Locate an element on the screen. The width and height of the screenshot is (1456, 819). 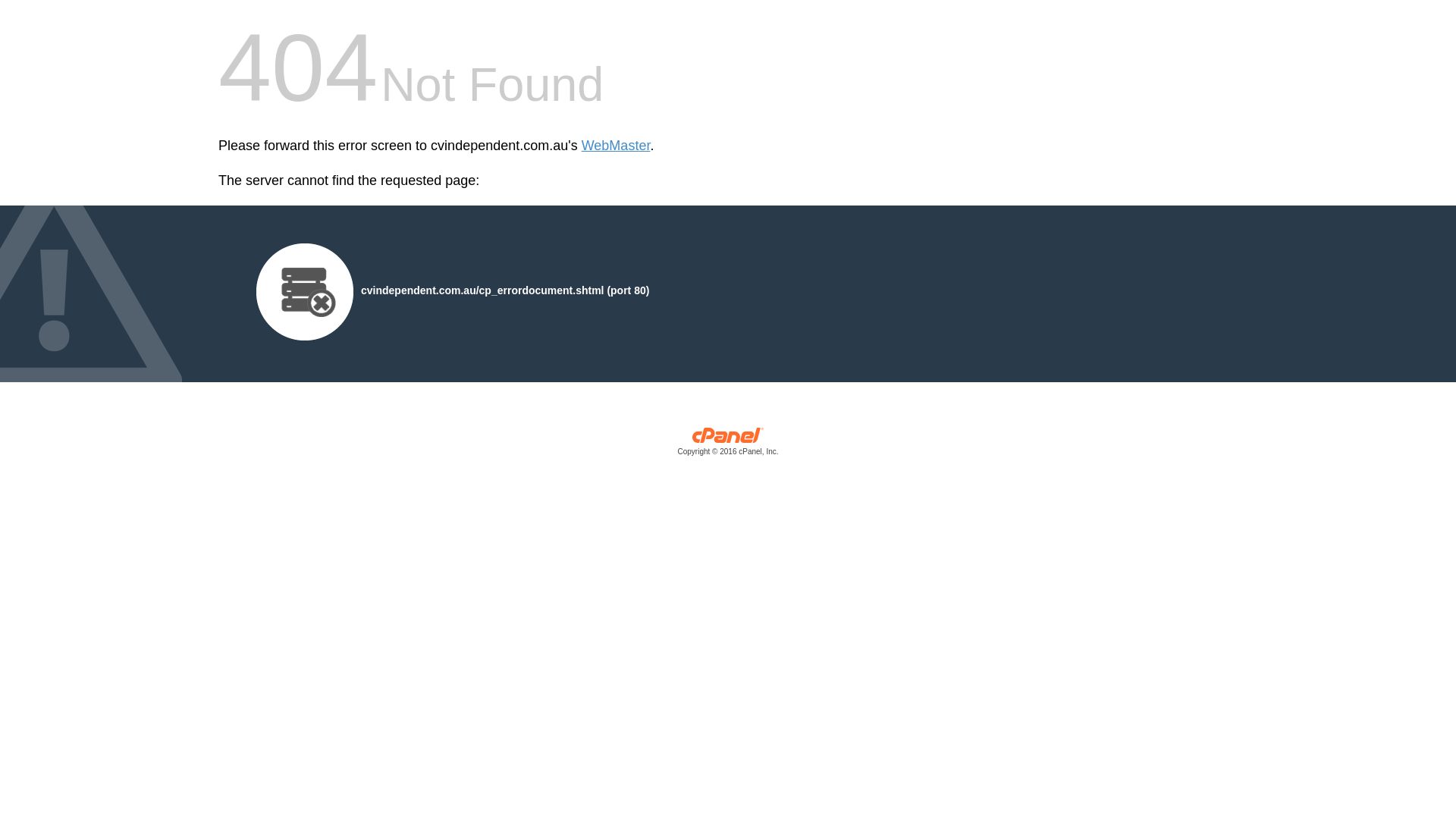
'WebMaster' is located at coordinates (616, 146).